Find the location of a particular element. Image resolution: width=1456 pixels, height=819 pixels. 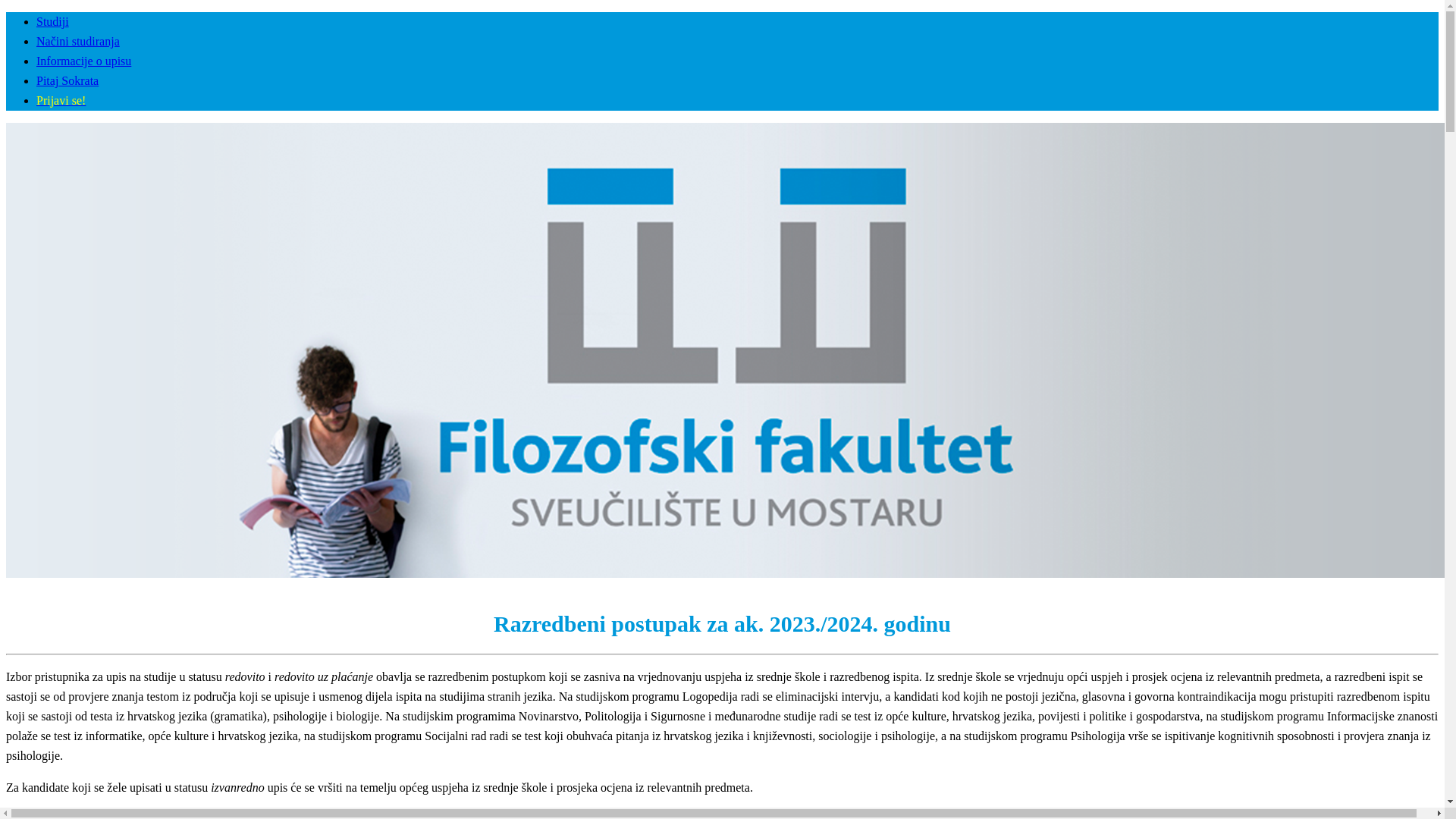

'Prijavi se!' is located at coordinates (61, 100).